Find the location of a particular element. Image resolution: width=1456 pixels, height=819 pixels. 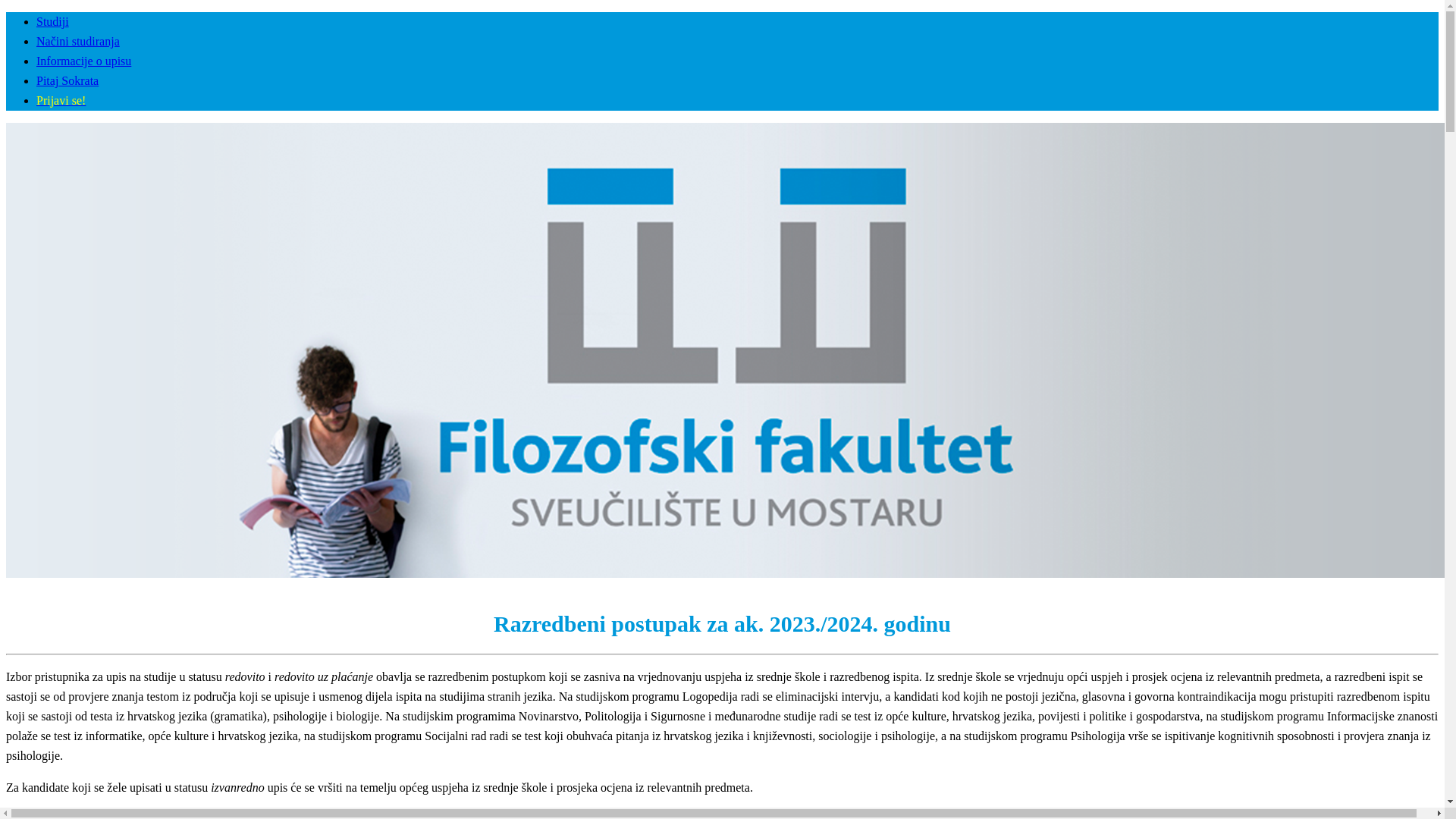

'Prijavi se!' is located at coordinates (61, 100).